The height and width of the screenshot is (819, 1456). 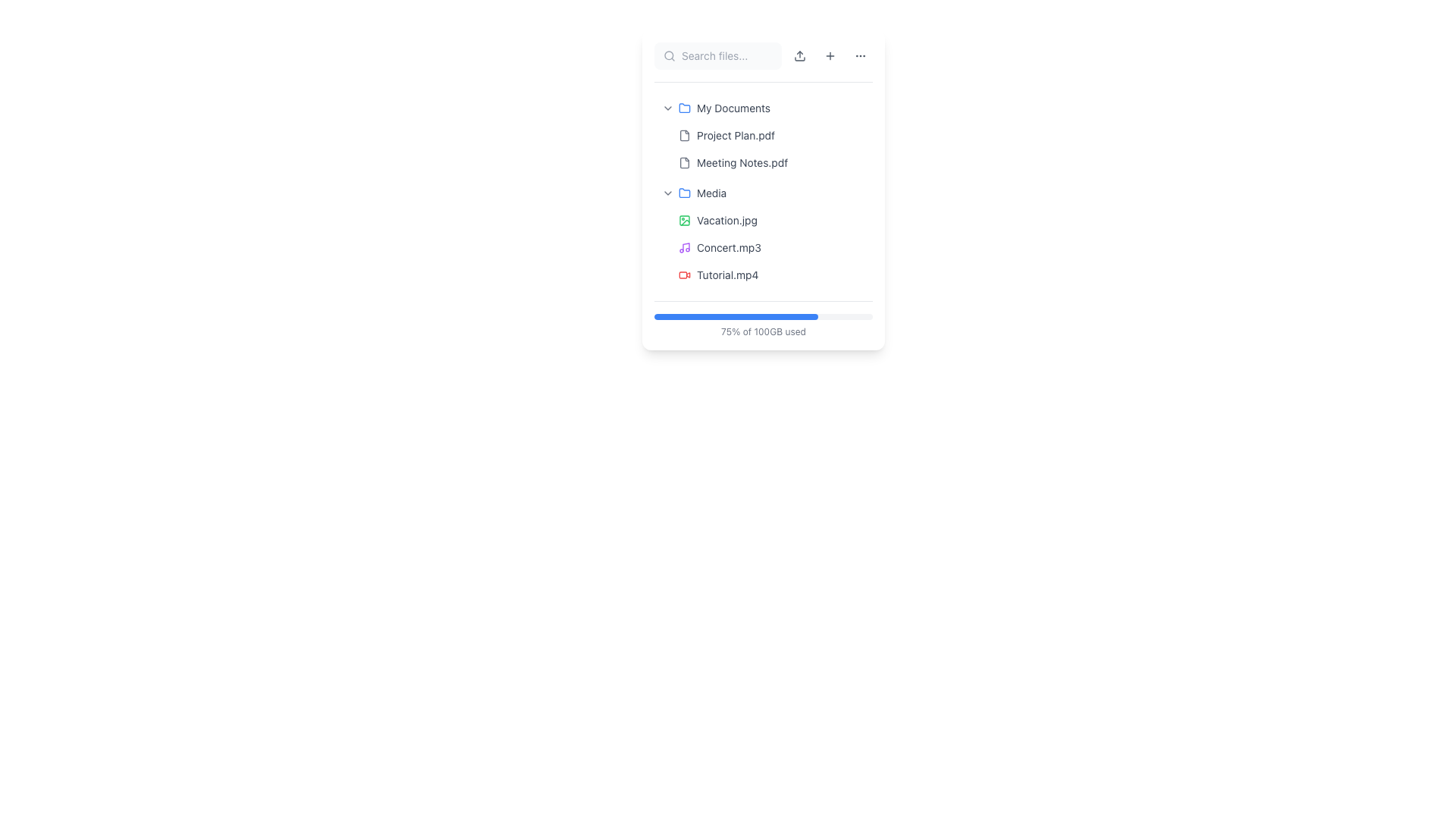 I want to click on the text label that displays detailed numerical information about current storage usage, located beneath the horizontal progress bar, so click(x=764, y=331).